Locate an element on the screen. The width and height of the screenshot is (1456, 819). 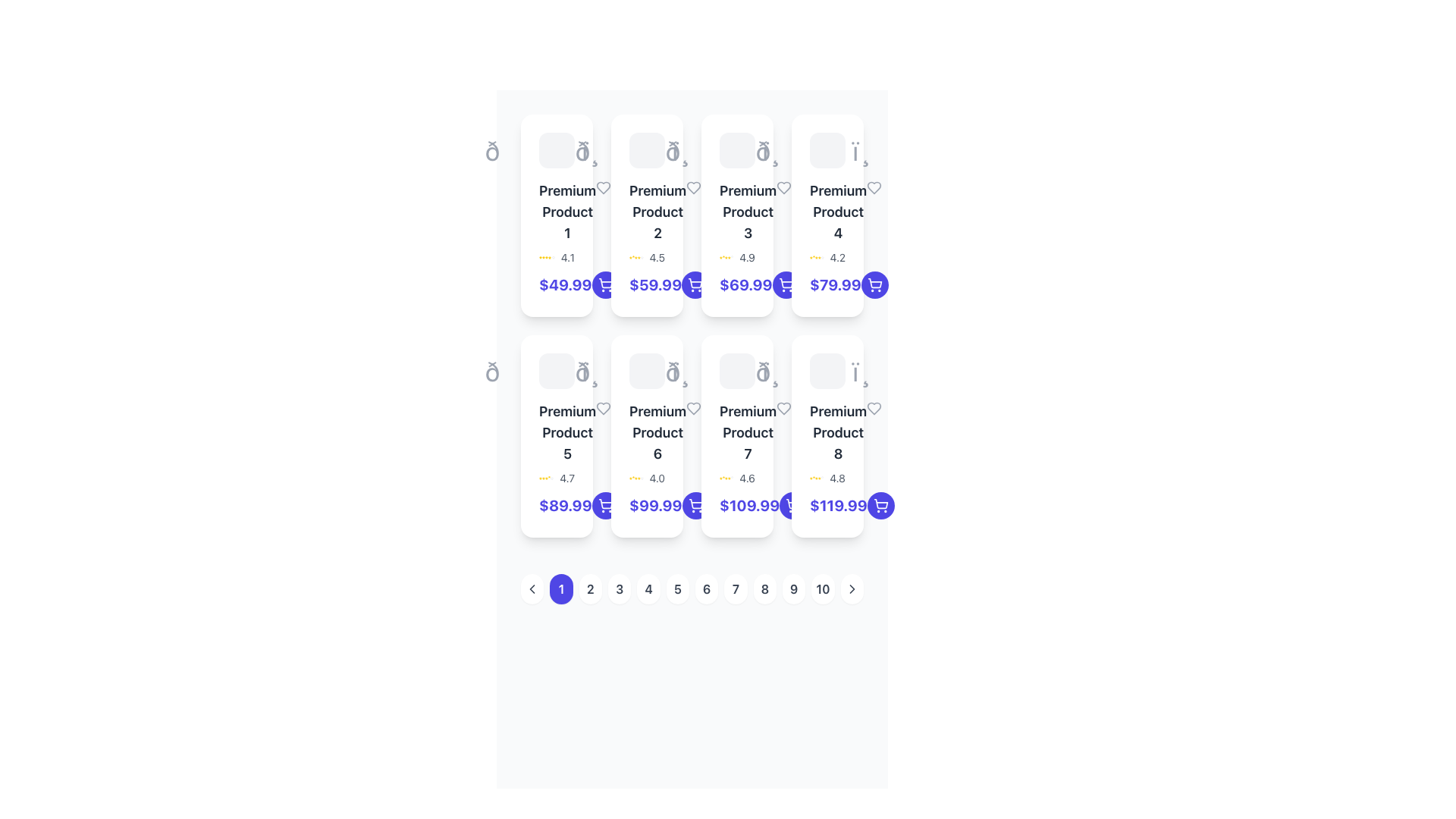
the button used to add 'Premium Product 5' to the shopping cart, located at the bottom right corner of the product card is located at coordinates (604, 506).